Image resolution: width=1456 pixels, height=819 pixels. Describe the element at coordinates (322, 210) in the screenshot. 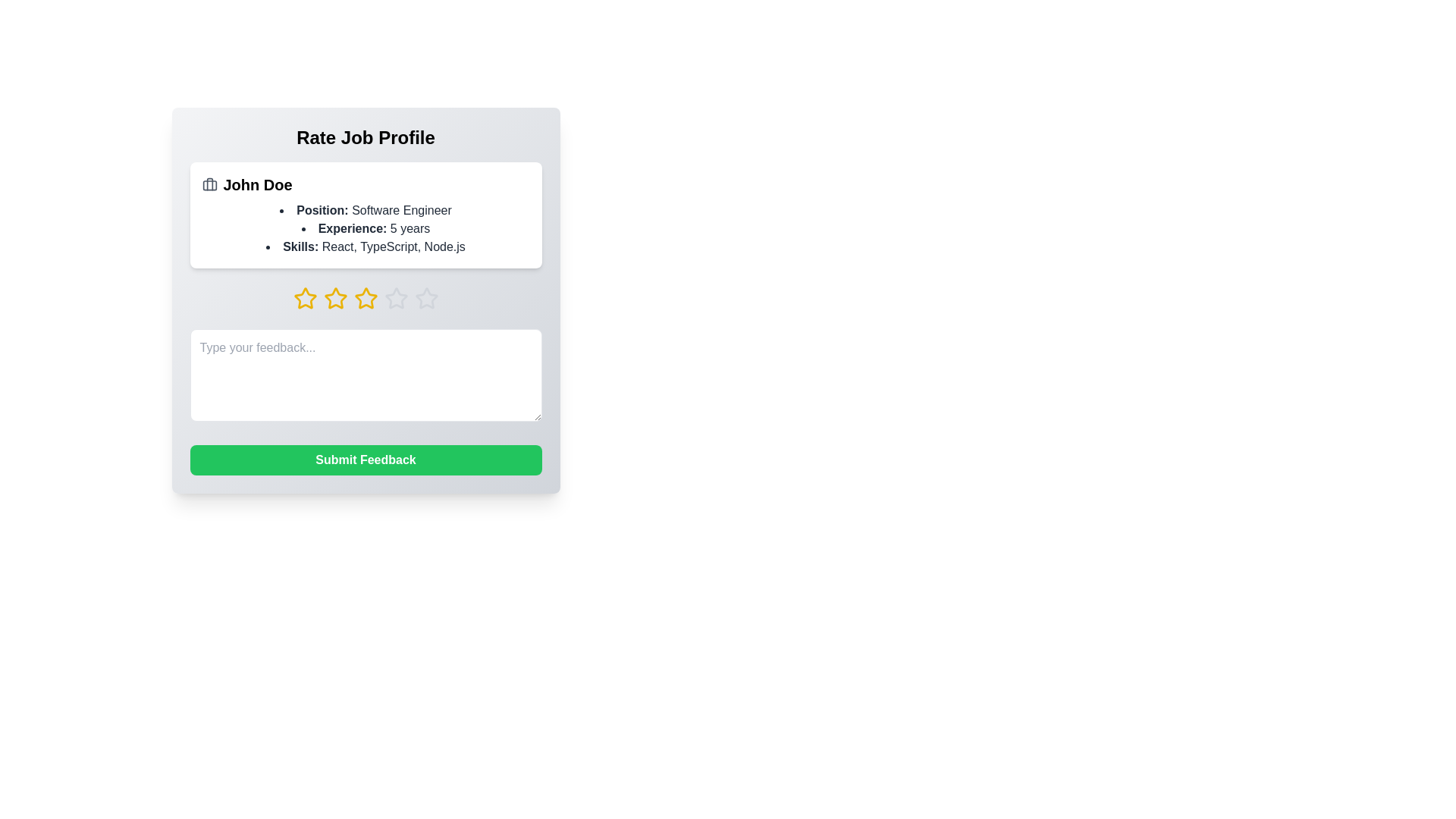

I see `the label text that indicates the user's role or title, which is located in the top section of the profile card, to the left of 'Software Engineer' and below the name header` at that location.